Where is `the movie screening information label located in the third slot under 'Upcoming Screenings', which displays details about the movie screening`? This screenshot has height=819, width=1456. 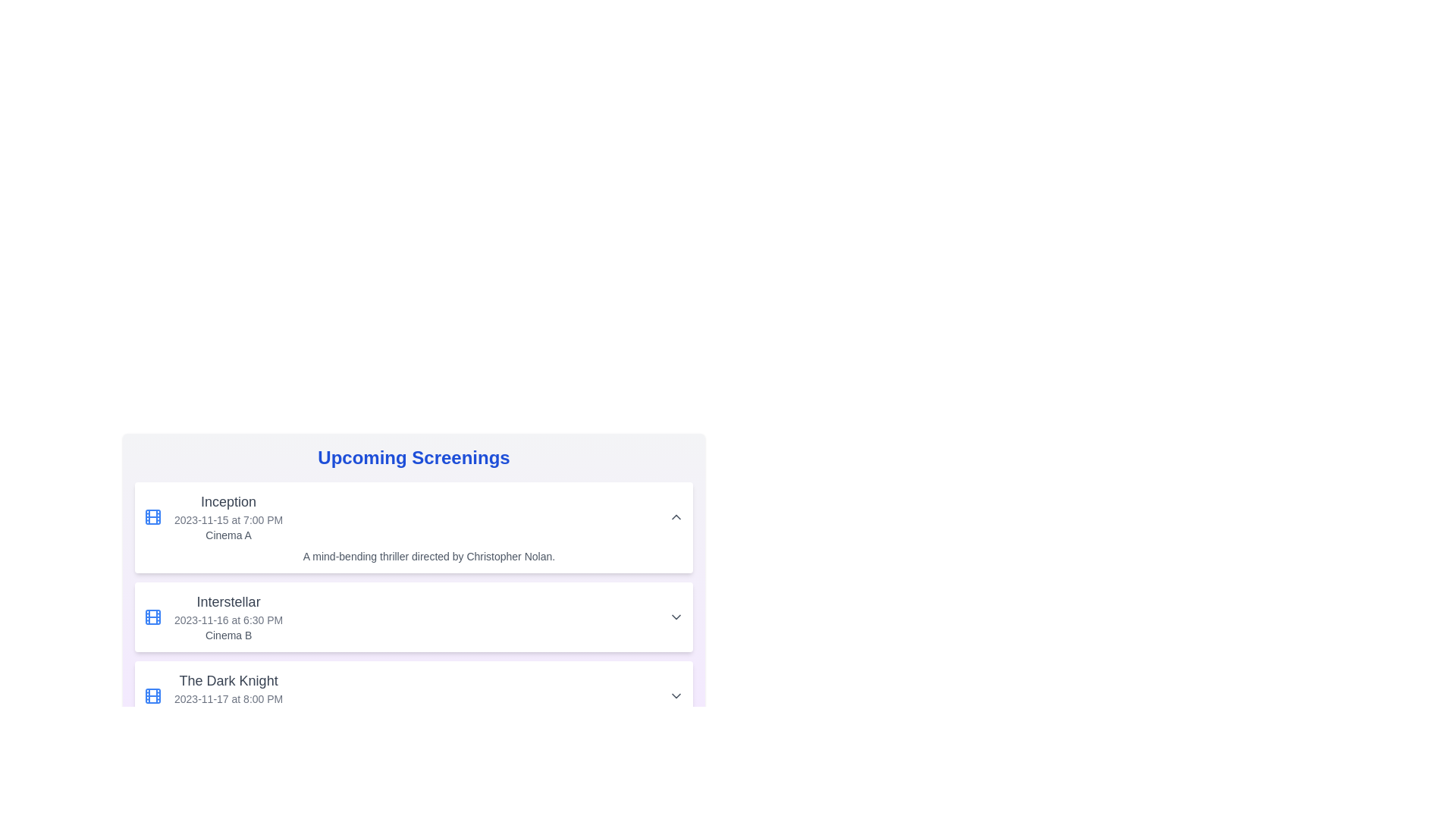 the movie screening information label located in the third slot under 'Upcoming Screenings', which displays details about the movie screening is located at coordinates (227, 696).